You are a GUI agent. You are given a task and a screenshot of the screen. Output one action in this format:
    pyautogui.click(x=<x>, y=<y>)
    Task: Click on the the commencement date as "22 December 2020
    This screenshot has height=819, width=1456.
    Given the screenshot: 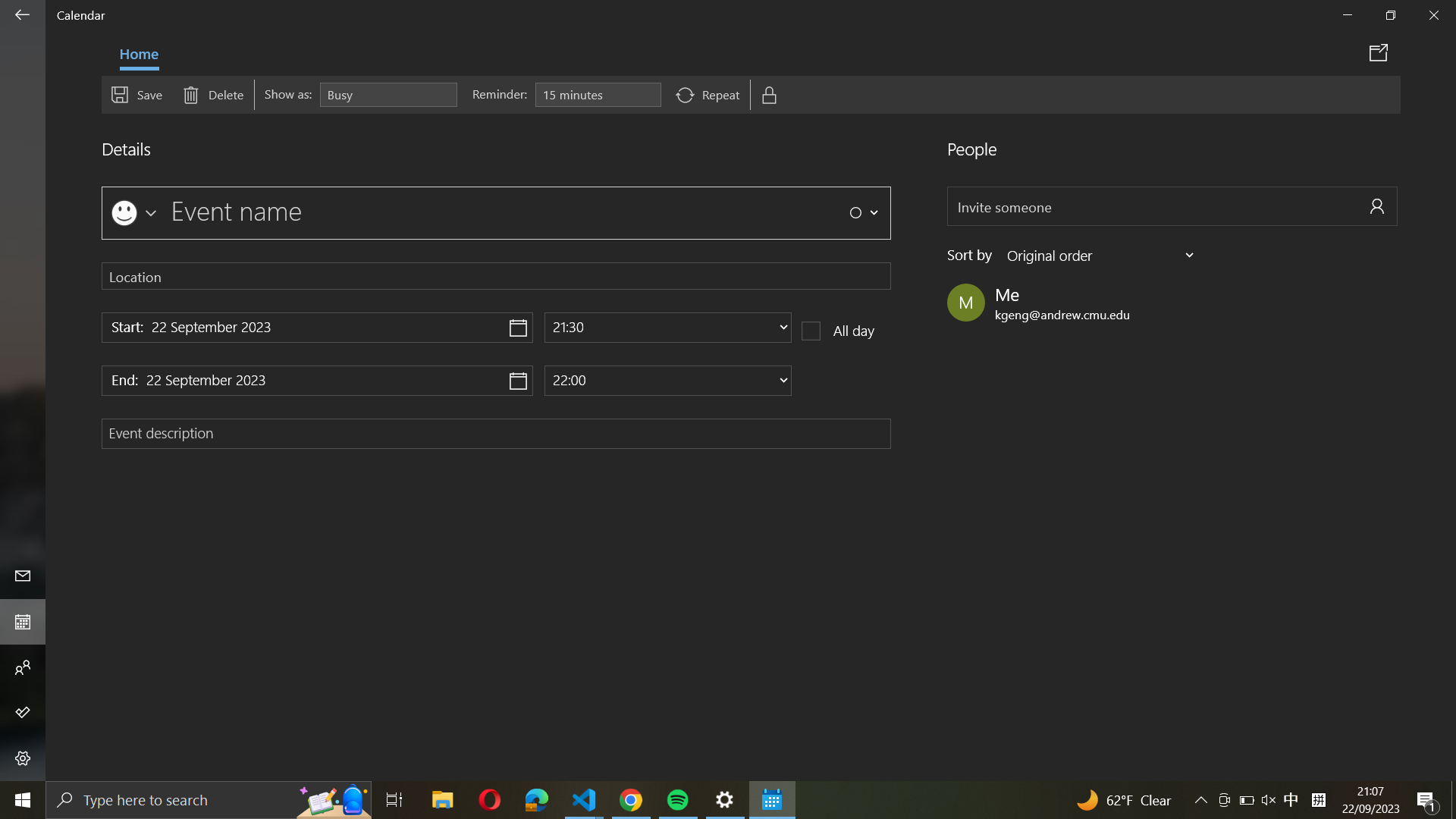 What is the action you would take?
    pyautogui.click(x=316, y=327)
    